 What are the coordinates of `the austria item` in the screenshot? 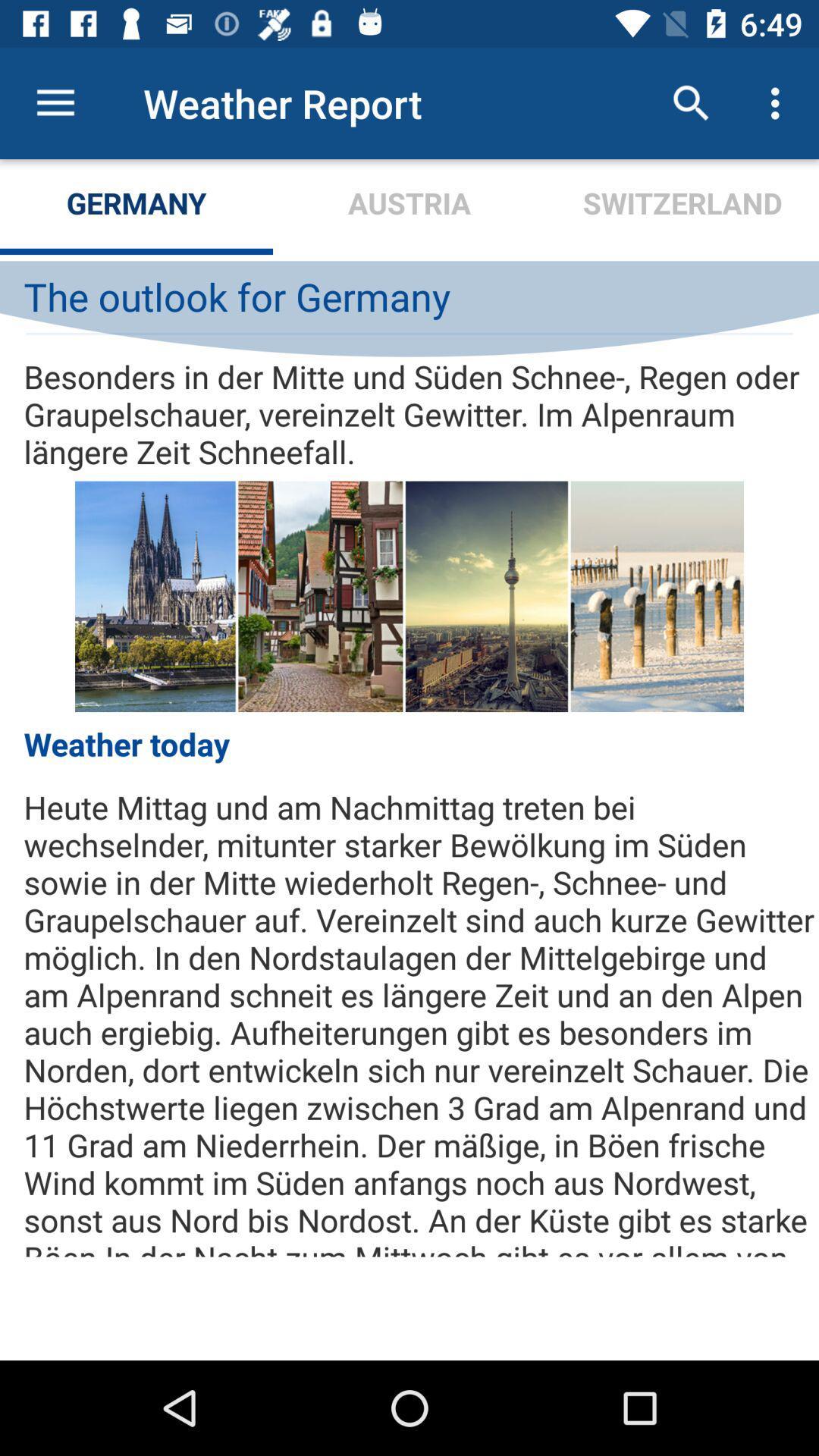 It's located at (409, 206).